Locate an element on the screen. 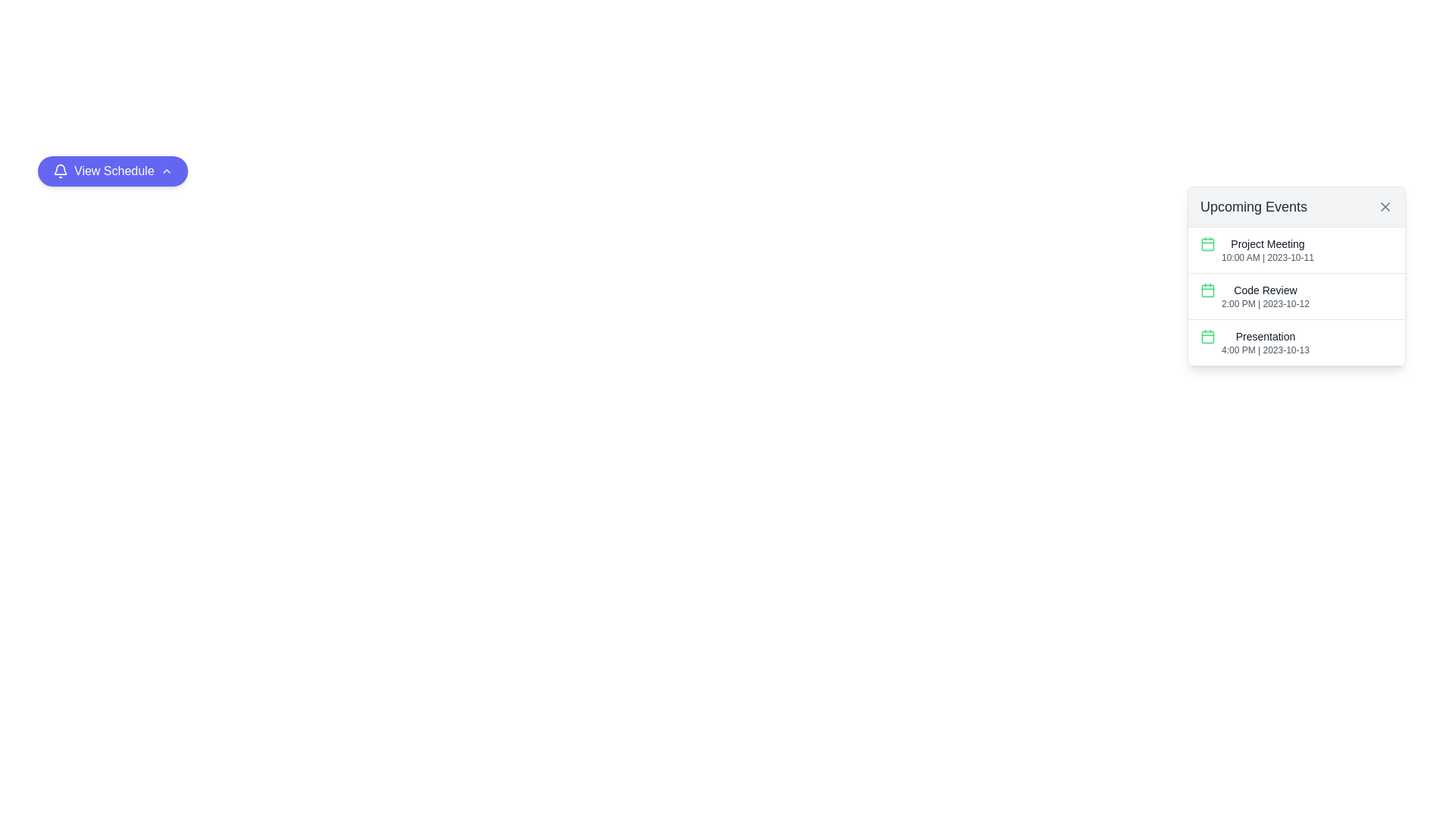  text snippet displaying the time and date '2:00 PM | 2023-10-12' located beneath the 'Code Review' title in the Upcoming Events panel is located at coordinates (1265, 304).